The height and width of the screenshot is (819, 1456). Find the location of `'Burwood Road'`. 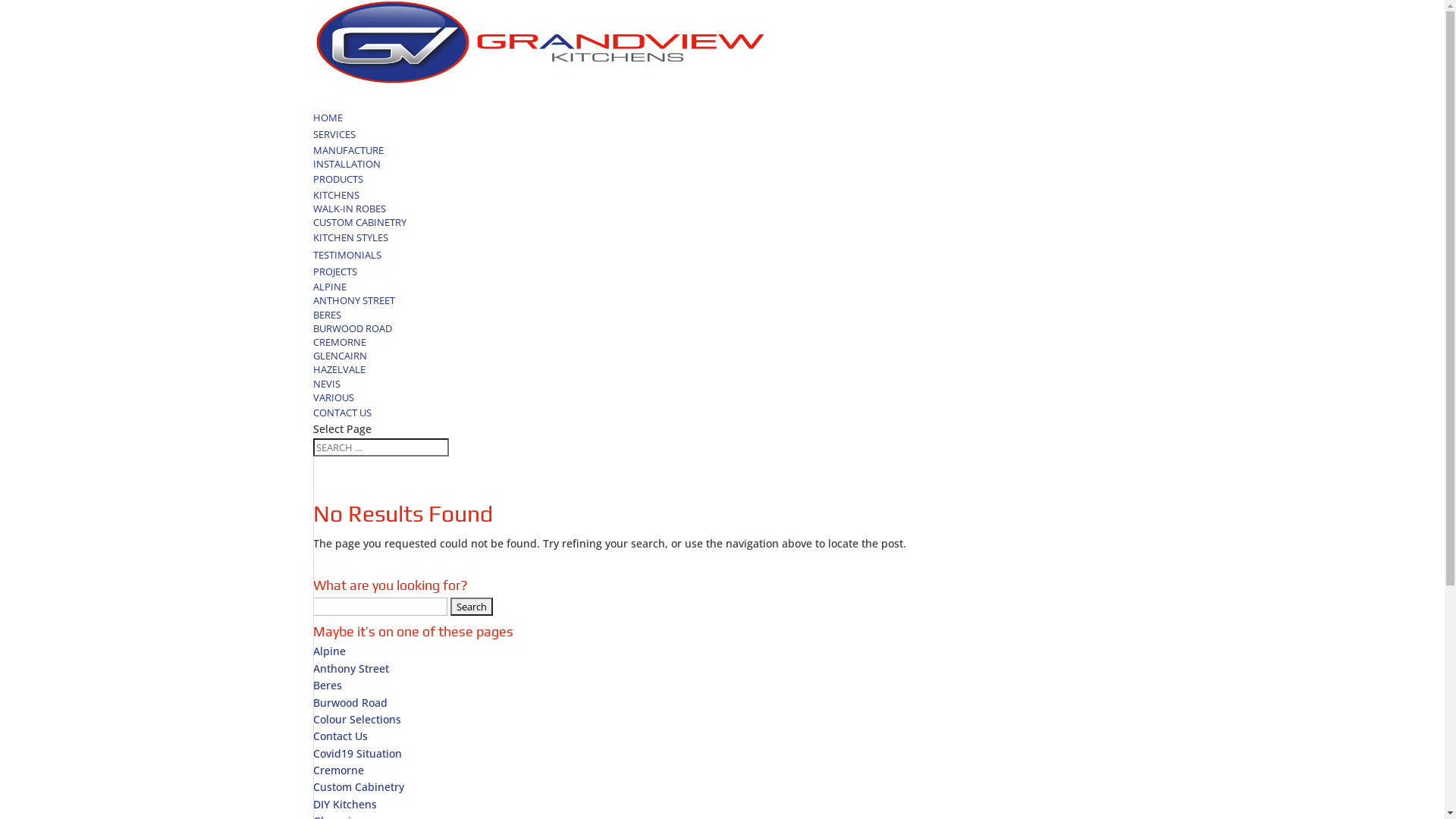

'Burwood Road' is located at coordinates (348, 701).